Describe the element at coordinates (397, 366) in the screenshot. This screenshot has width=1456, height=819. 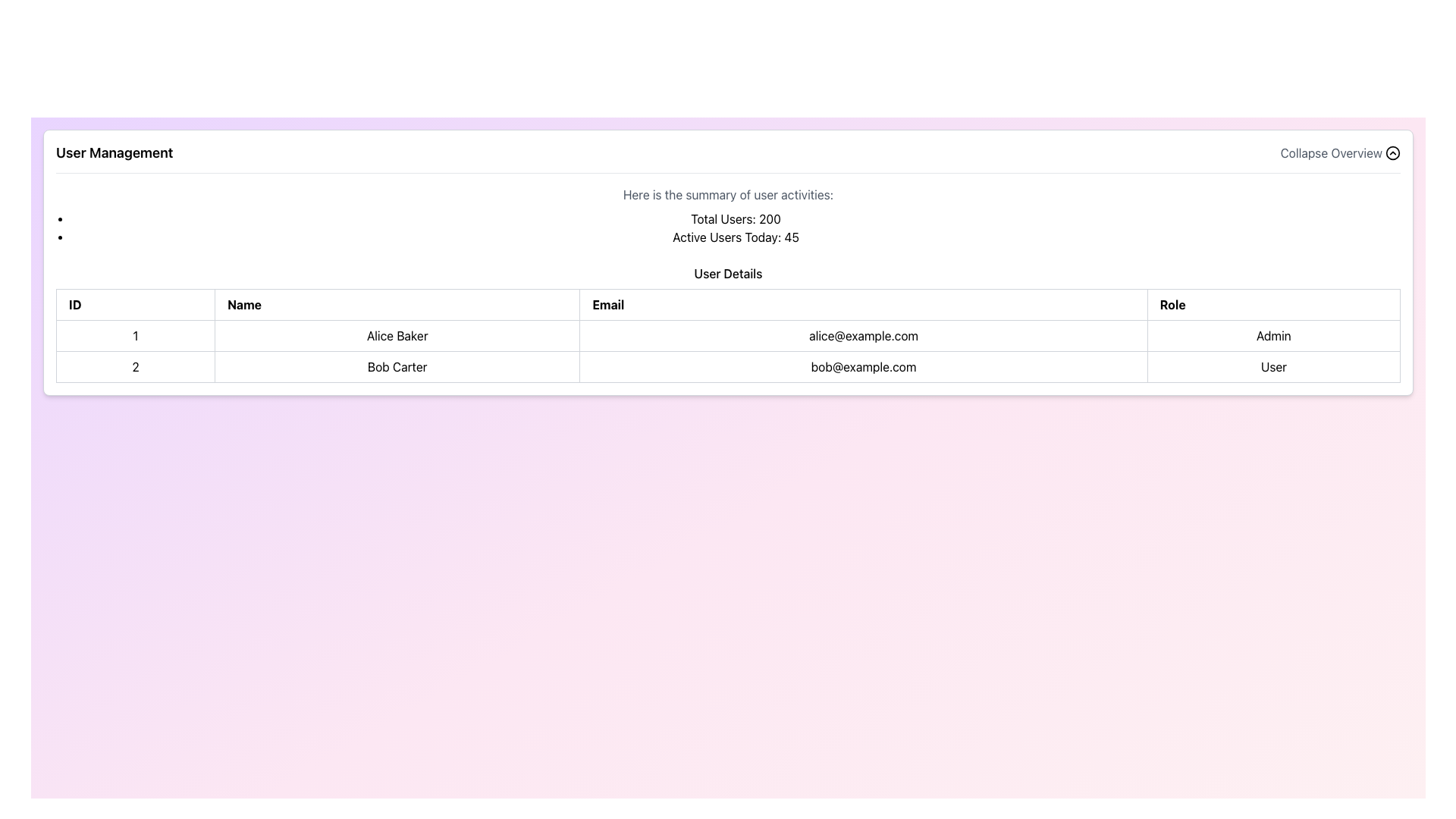
I see `the text label 'Bob Carter' located in the second row of the 'User Details' table under the 'Name' column` at that location.